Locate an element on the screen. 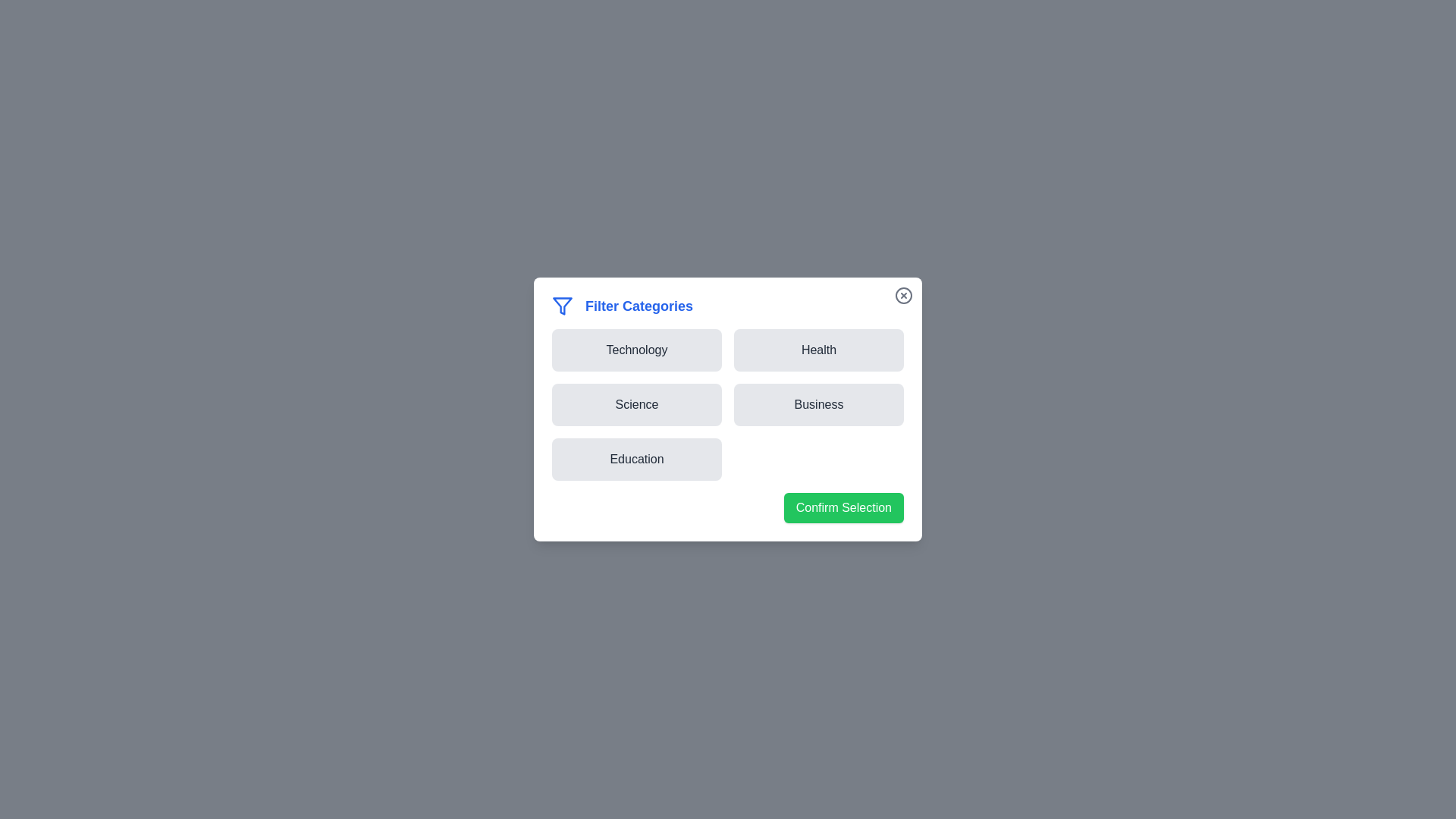  the button corresponding to the category Science is located at coordinates (637, 403).